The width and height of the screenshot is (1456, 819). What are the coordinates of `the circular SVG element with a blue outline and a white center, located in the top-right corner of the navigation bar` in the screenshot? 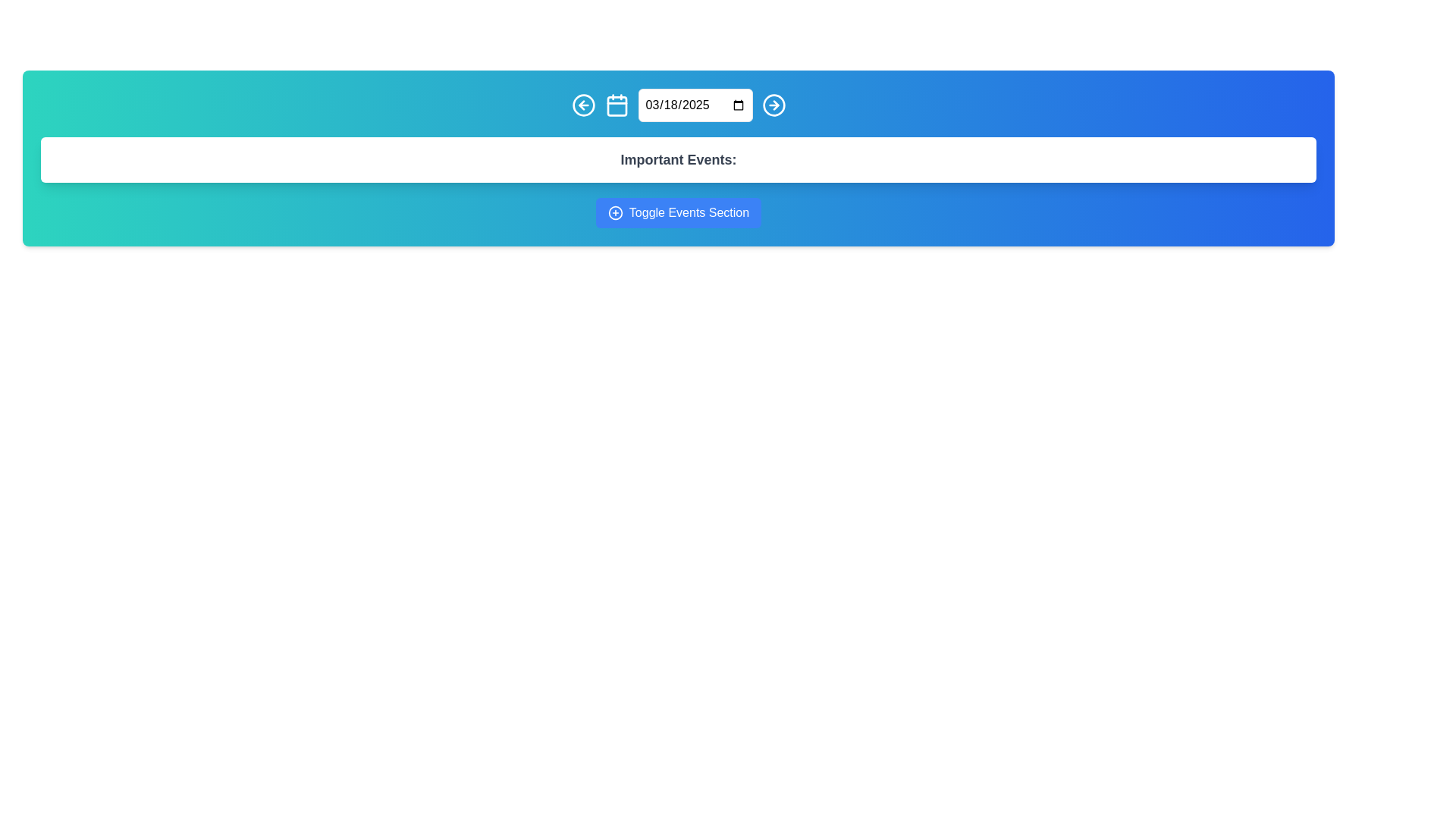 It's located at (773, 104).